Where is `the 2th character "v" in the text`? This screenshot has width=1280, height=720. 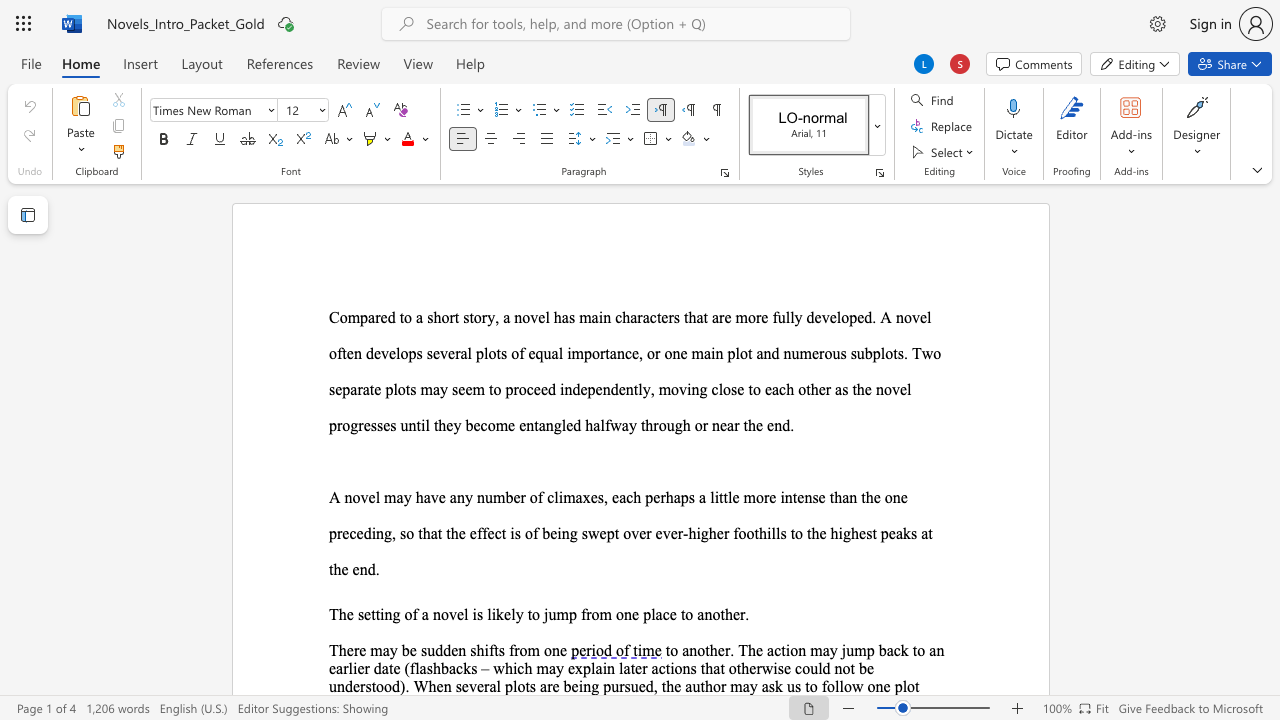
the 2th character "v" in the text is located at coordinates (433, 496).